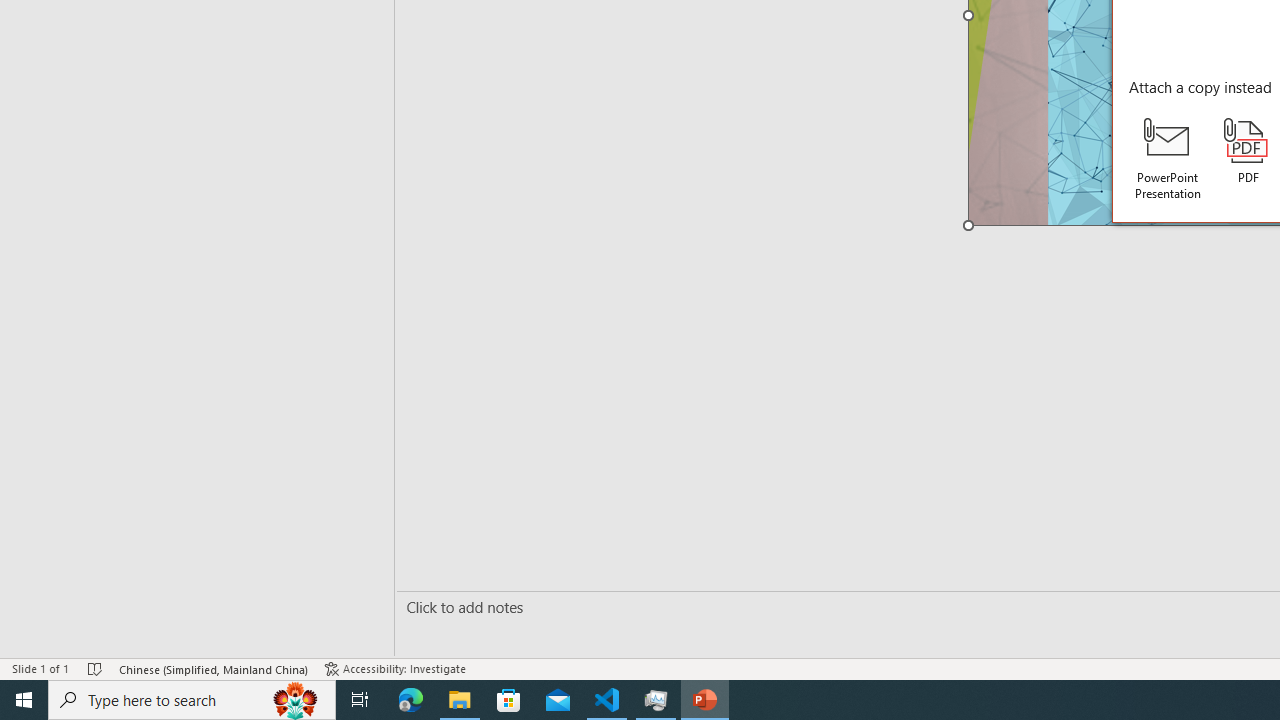 The image size is (1280, 720). I want to click on 'Microsoft Edge', so click(410, 698).